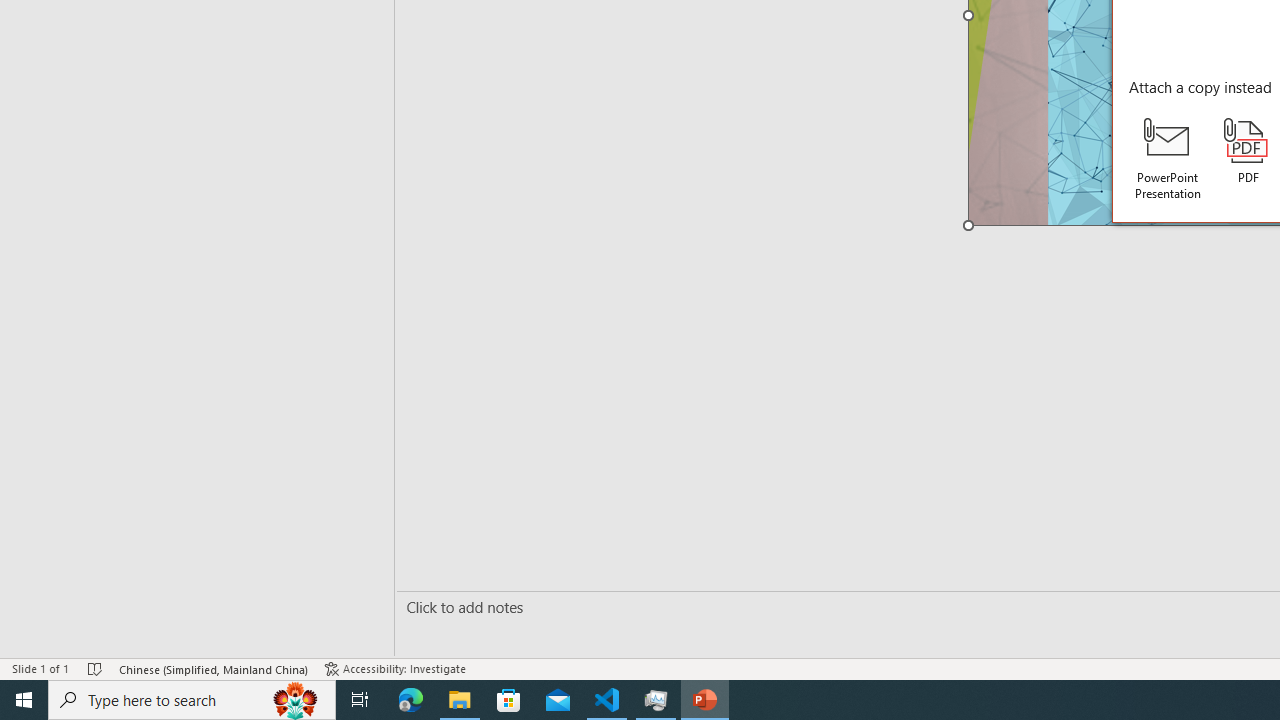 The image size is (1280, 720). I want to click on 'Microsoft Edge', so click(410, 698).